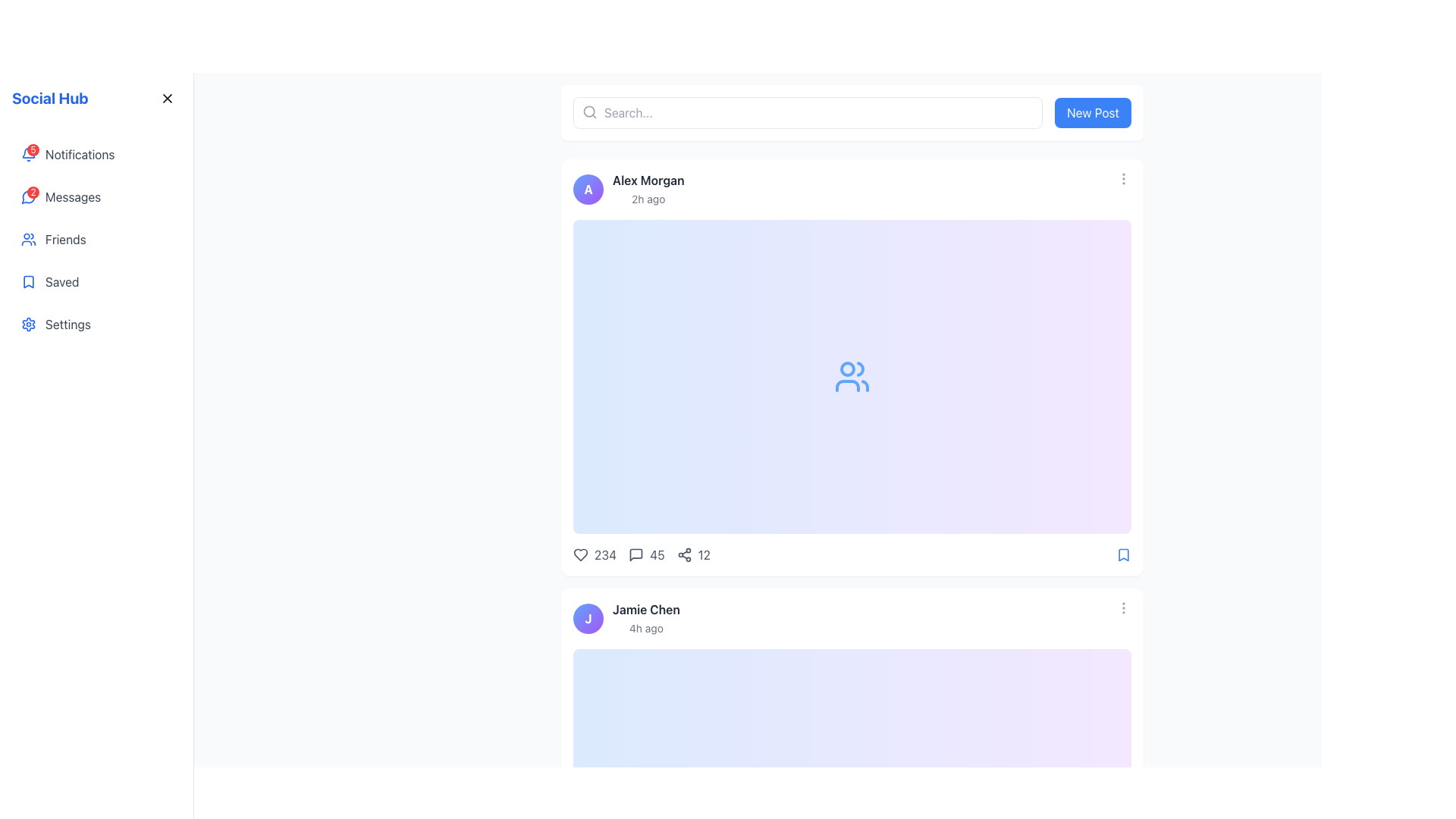 The height and width of the screenshot is (819, 1456). Describe the element at coordinates (29, 324) in the screenshot. I see `the blue gear-like icon representing settings, located in the left sidebar of the Settings menu` at that location.